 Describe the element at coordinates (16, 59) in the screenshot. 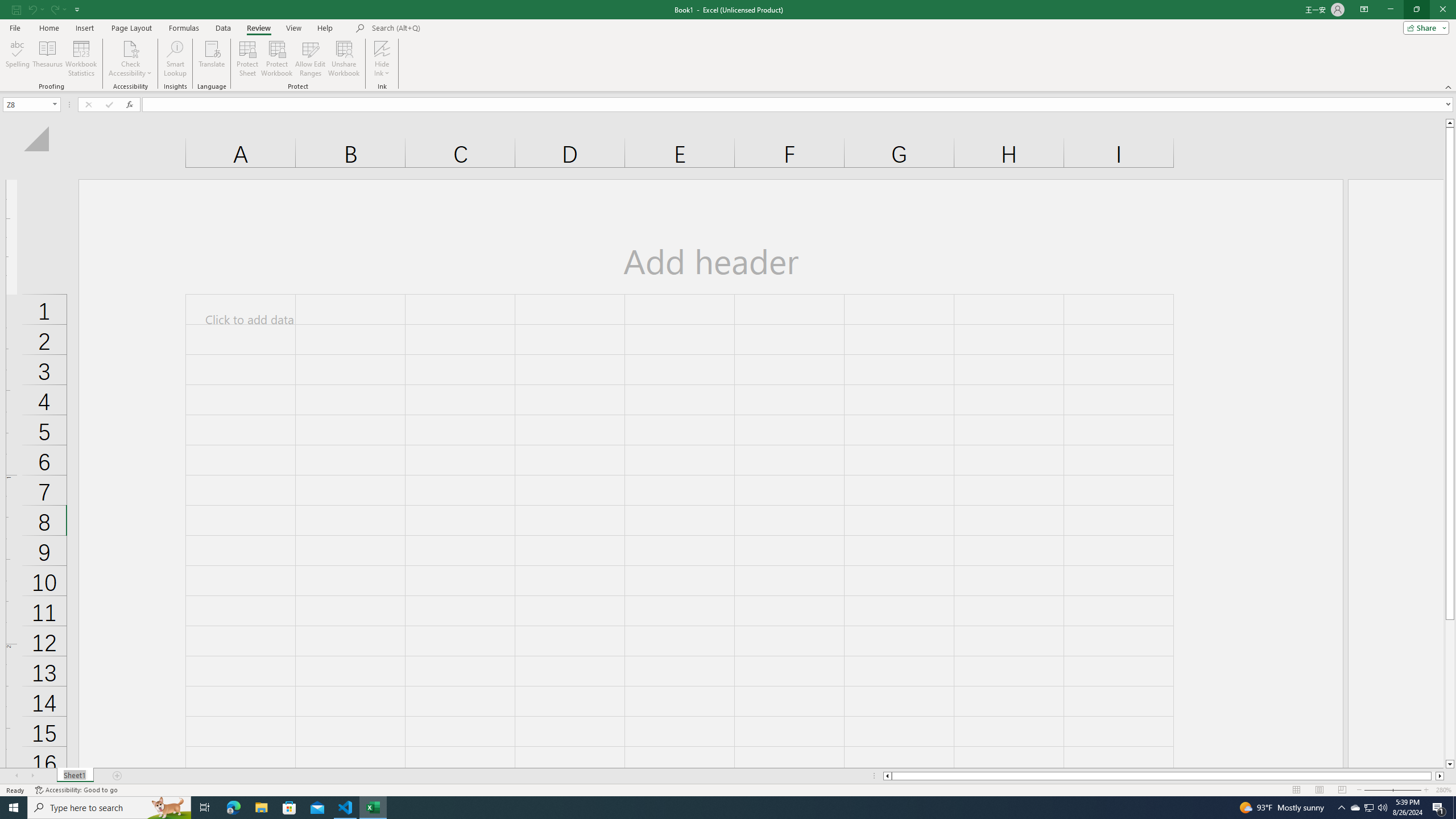

I see `'Spelling...'` at that location.